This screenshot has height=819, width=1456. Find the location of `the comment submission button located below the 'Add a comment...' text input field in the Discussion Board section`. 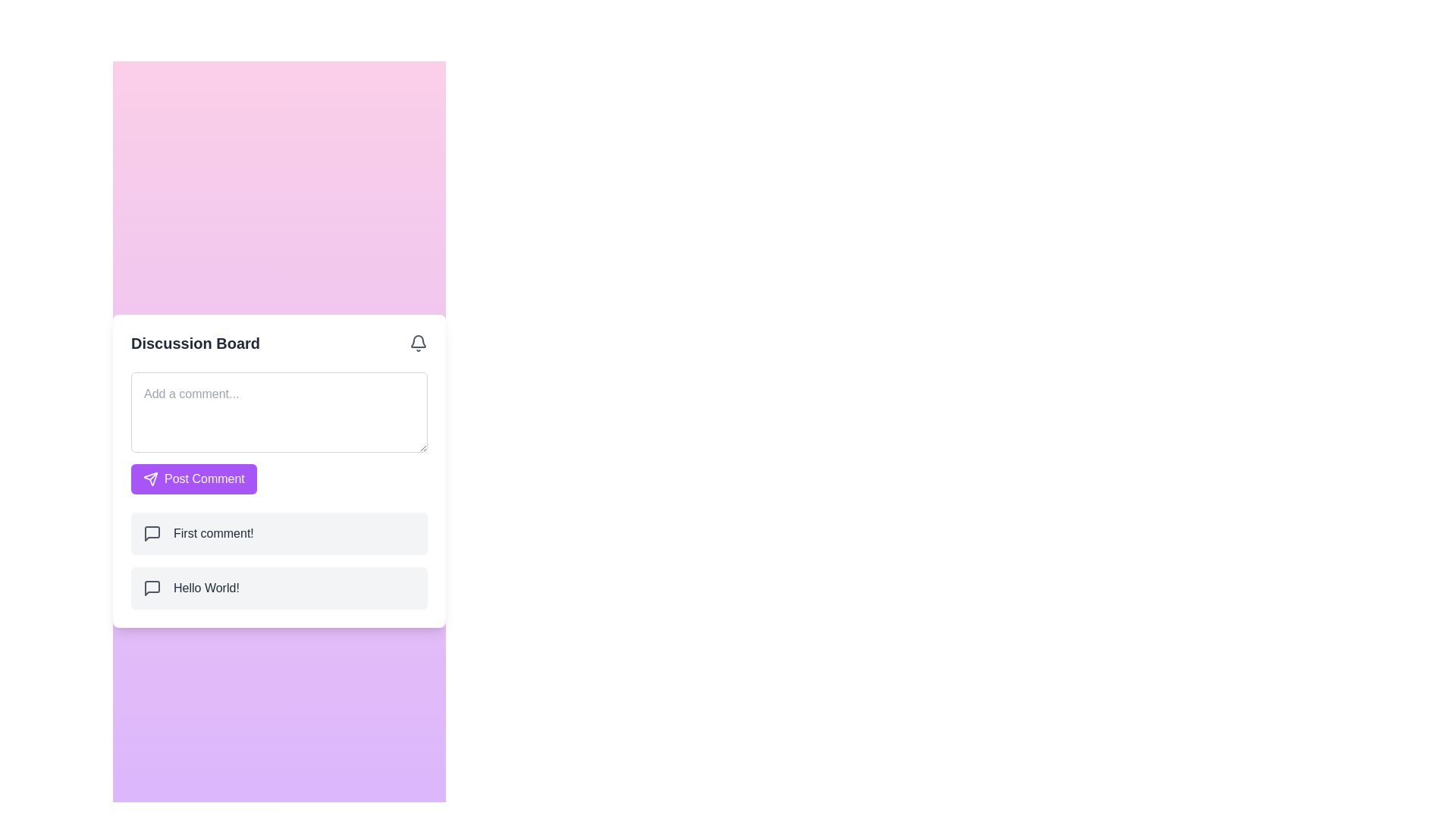

the comment submission button located below the 'Add a comment...' text input field in the Discussion Board section is located at coordinates (193, 479).